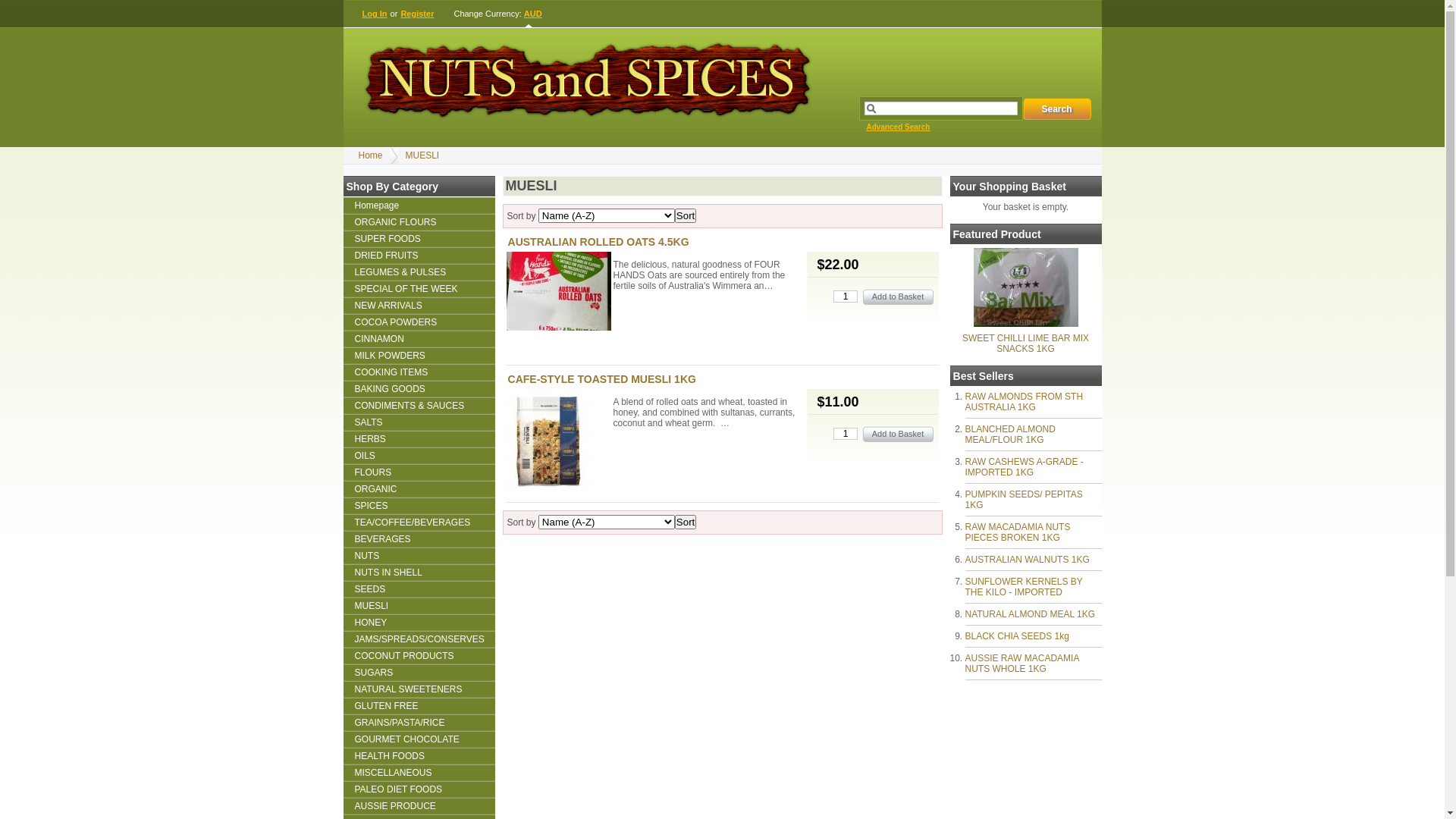 The height and width of the screenshot is (819, 1456). What do you see at coordinates (419, 338) in the screenshot?
I see `'CINNAMON'` at bounding box center [419, 338].